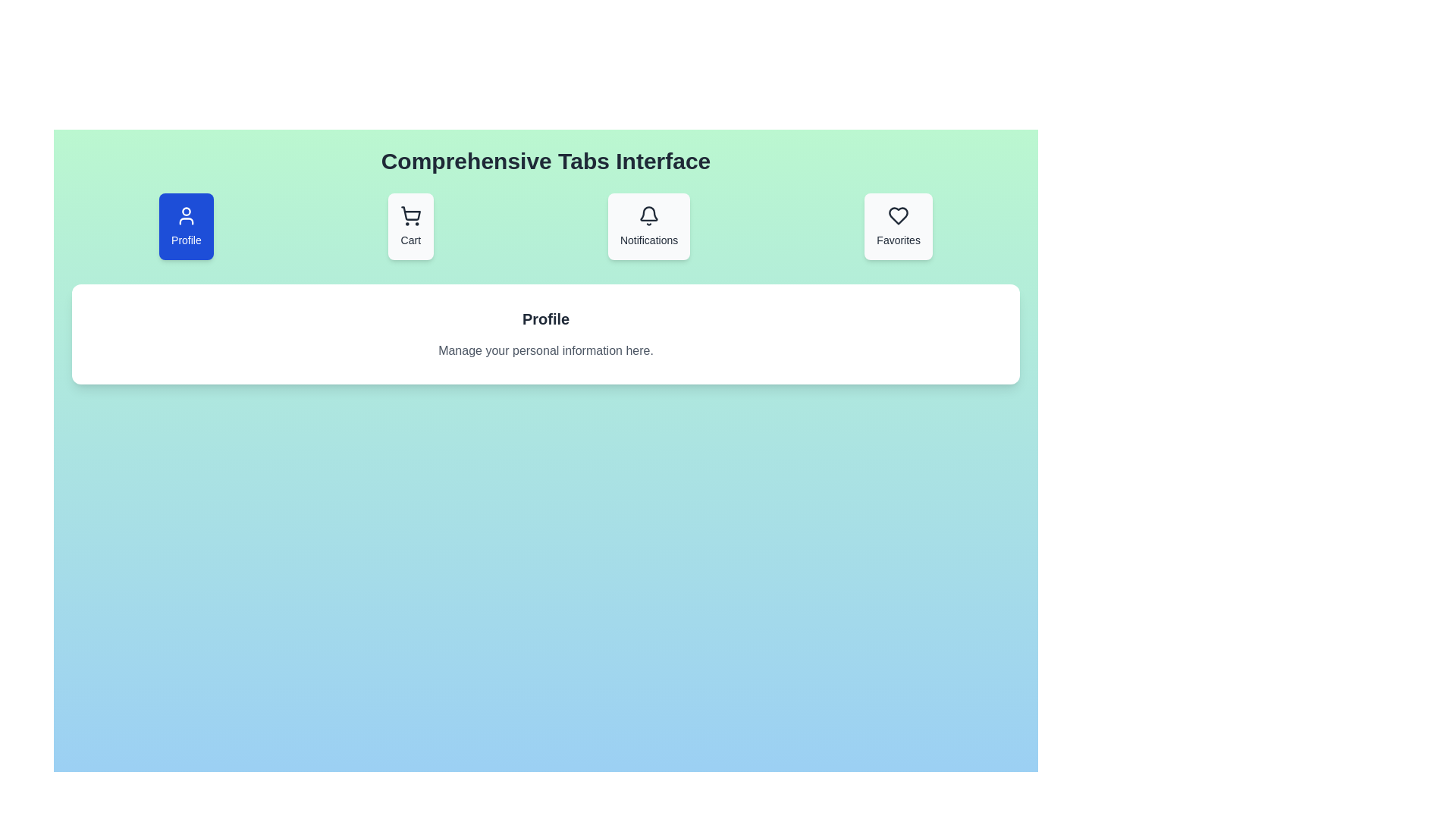  Describe the element at coordinates (649, 216) in the screenshot. I see `the bell icon located in the 'Notifications' card, which is the third card from the left in the upper-center part of the interface` at that location.